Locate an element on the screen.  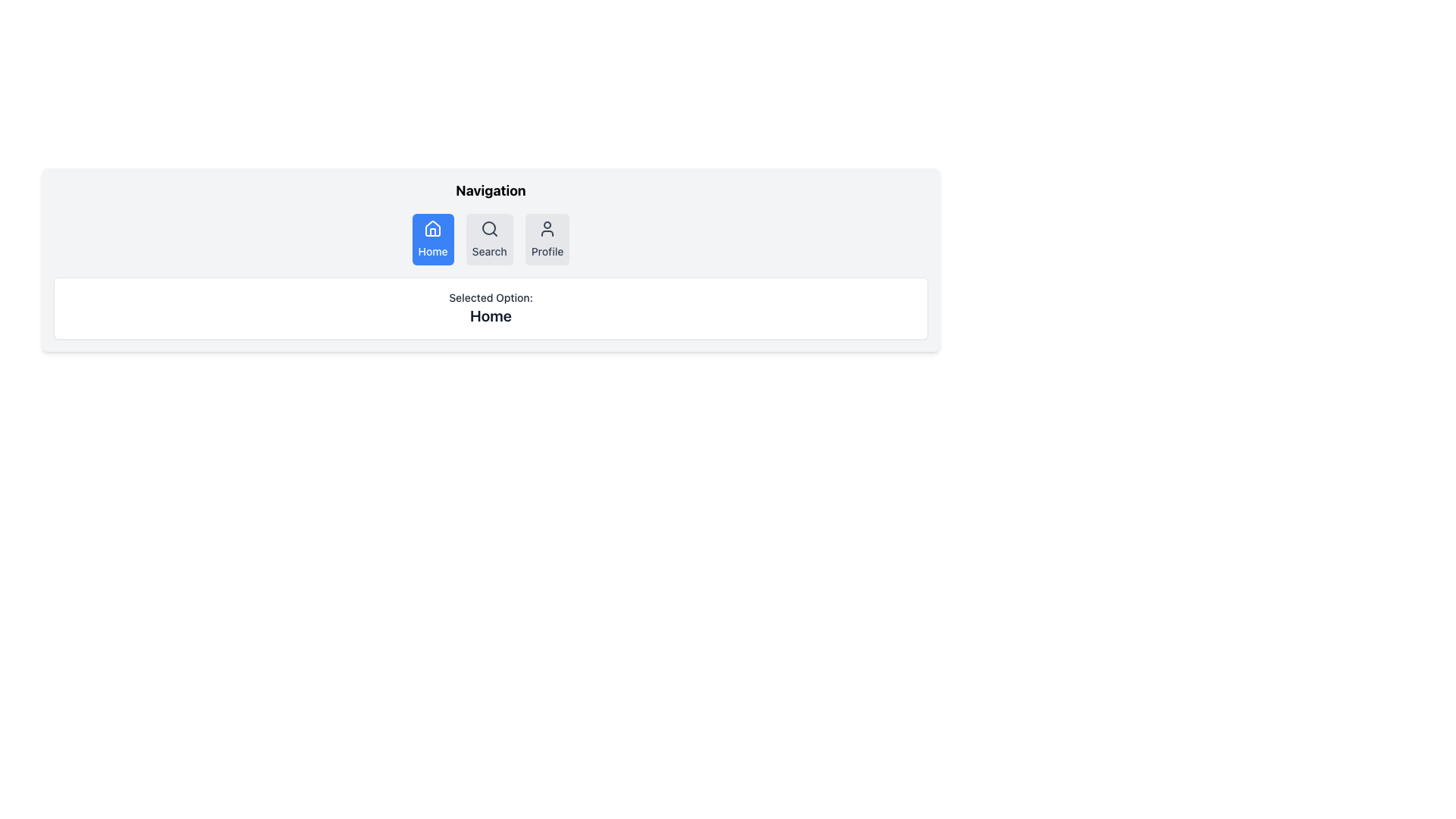
the label that indicates the function of the third button related to user profile or account settings, which is located in a horizontal navigation list below a user icon is located at coordinates (547, 250).